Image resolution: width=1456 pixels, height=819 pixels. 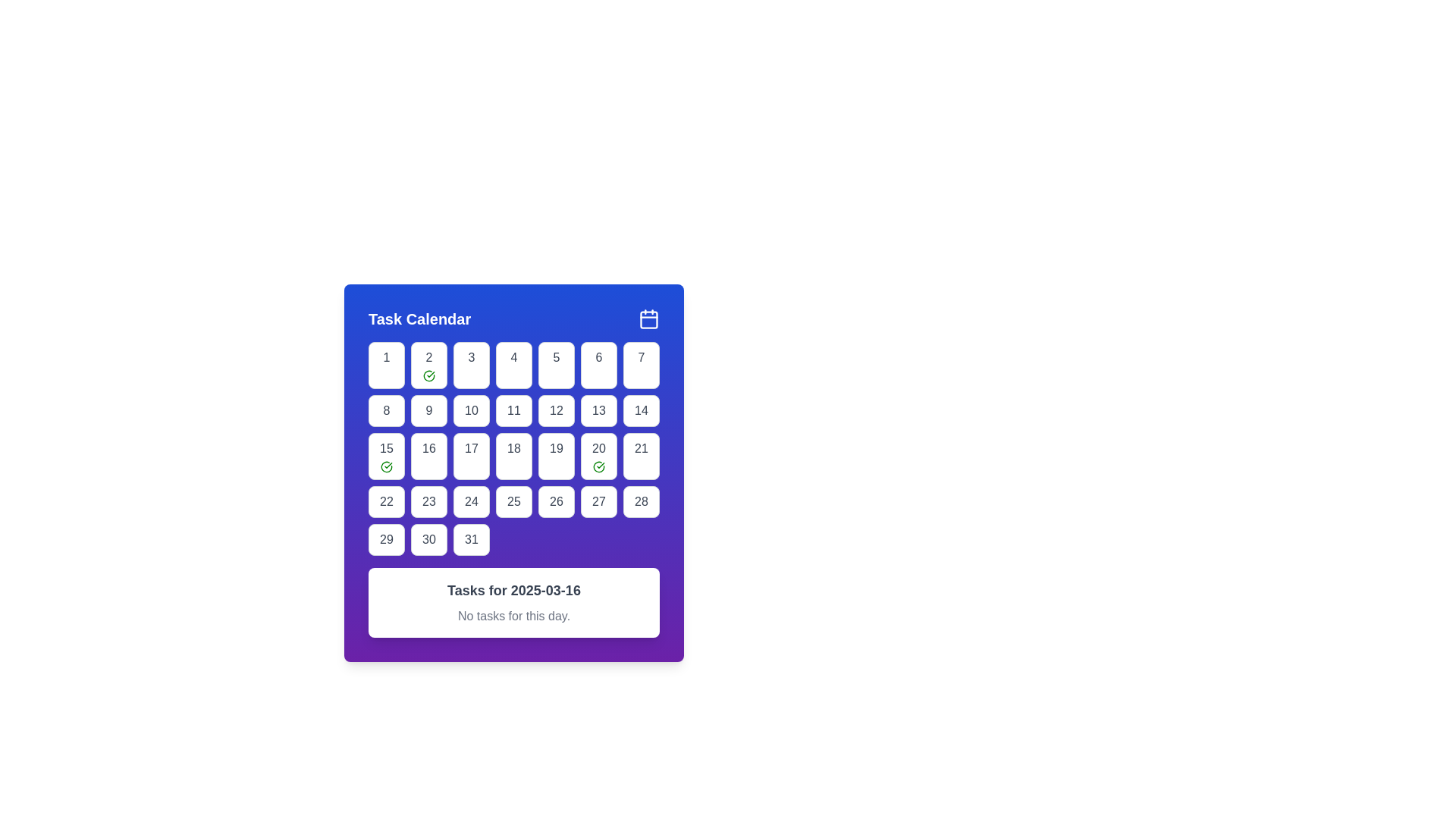 What do you see at coordinates (386, 539) in the screenshot?
I see `the Text Label representing the day '29' in the lower-left section of the calendar grid` at bounding box center [386, 539].